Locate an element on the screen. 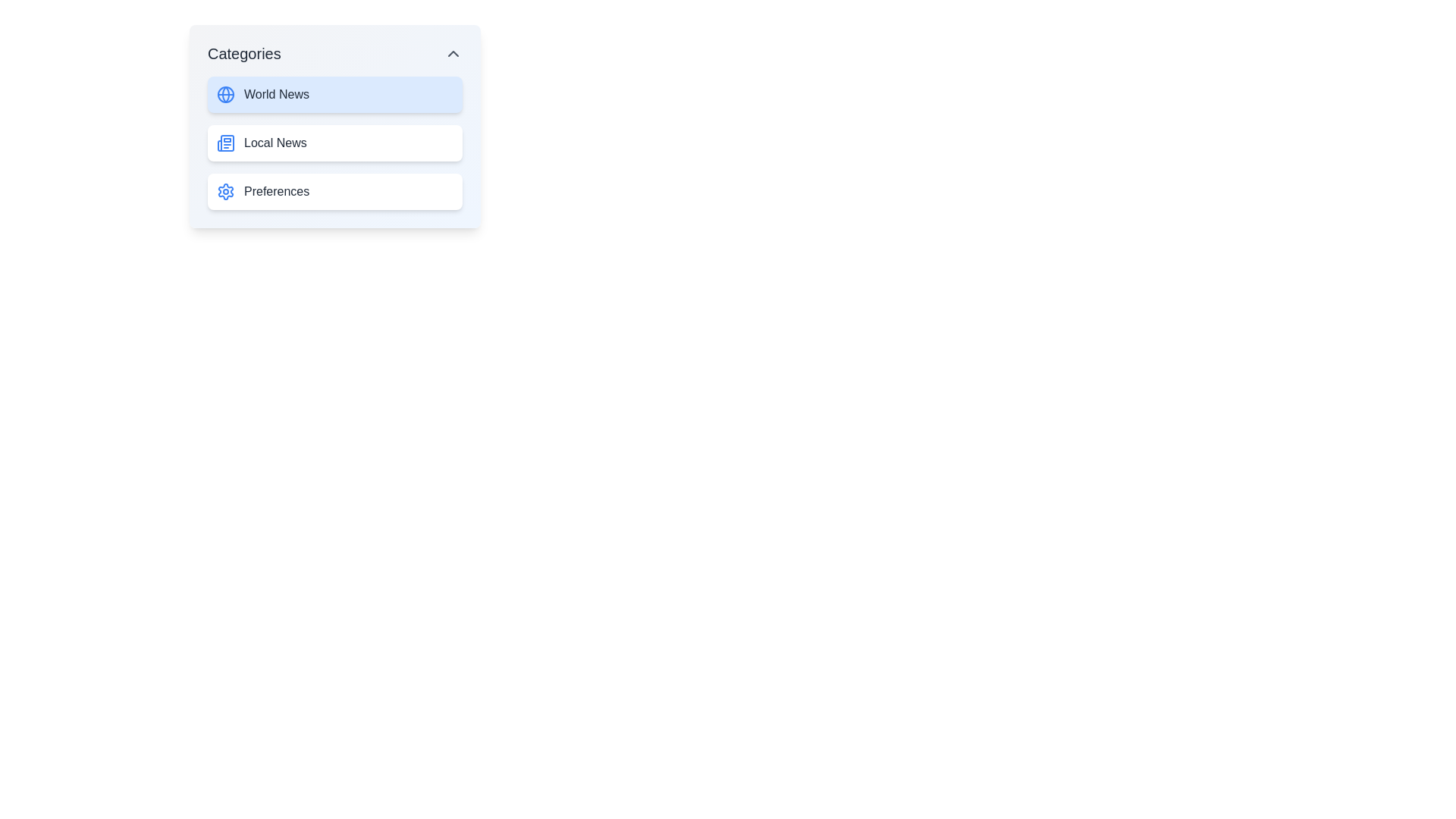 This screenshot has height=819, width=1456. the button located at the top-right of the 'Categories' section header to trigger the context menu is located at coordinates (453, 52).